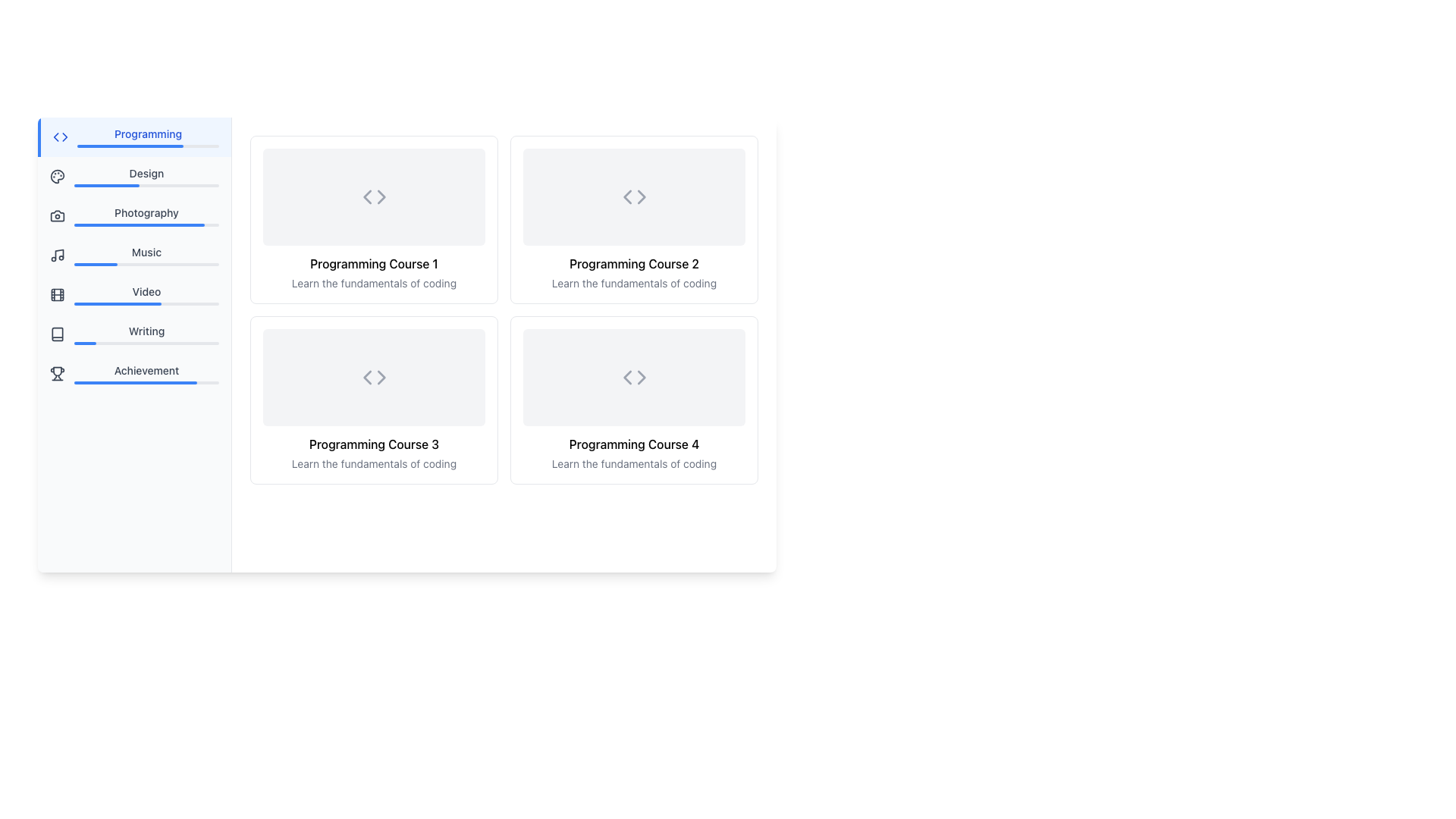 This screenshot has width=1456, height=819. What do you see at coordinates (136, 382) in the screenshot?
I see `the blue progress bar segment that is centrally aligned within the horizontal progress bar below the 'Achievement' label` at bounding box center [136, 382].